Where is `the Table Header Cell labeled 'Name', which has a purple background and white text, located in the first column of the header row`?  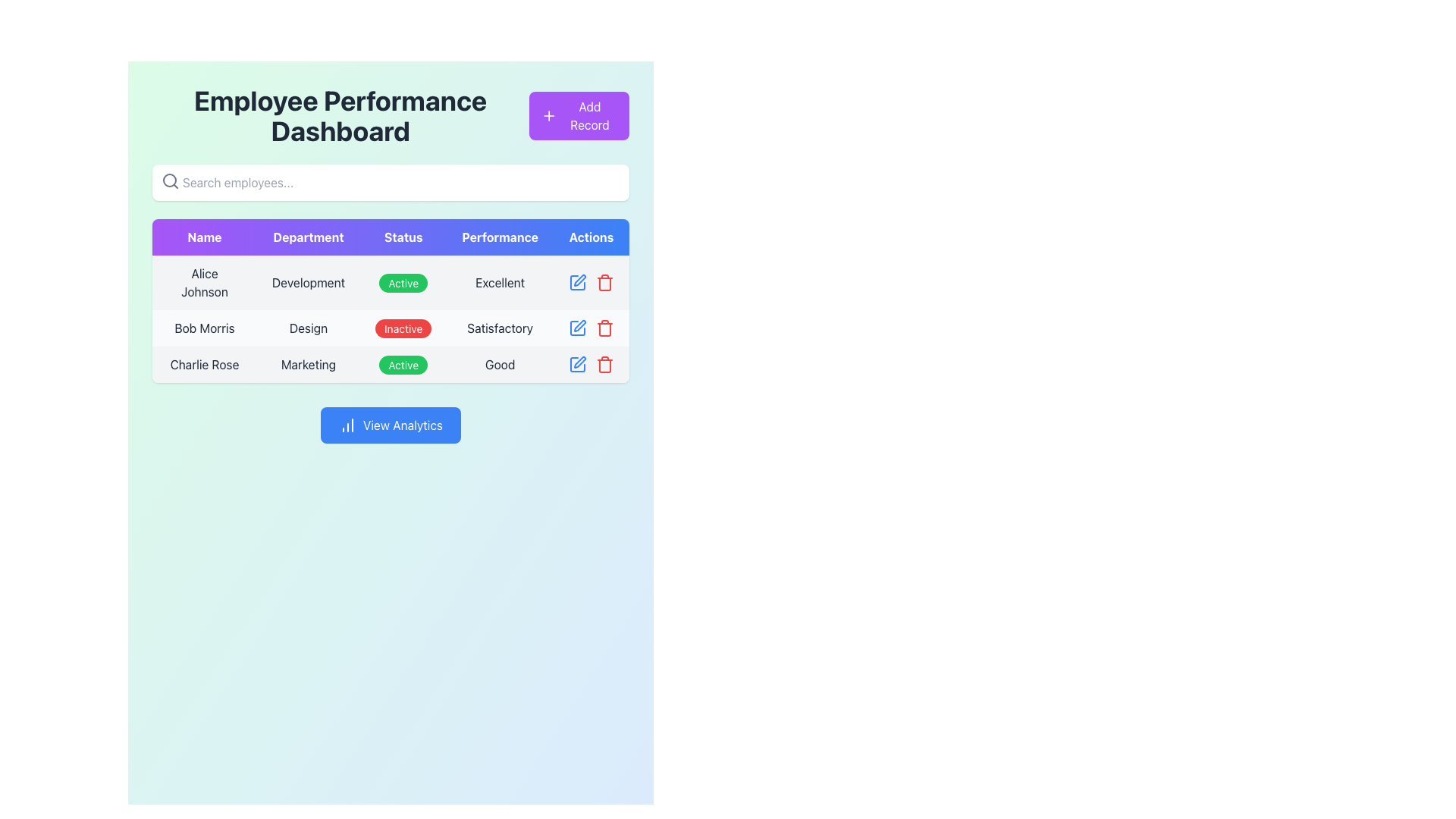 the Table Header Cell labeled 'Name', which has a purple background and white text, located in the first column of the header row is located at coordinates (203, 237).